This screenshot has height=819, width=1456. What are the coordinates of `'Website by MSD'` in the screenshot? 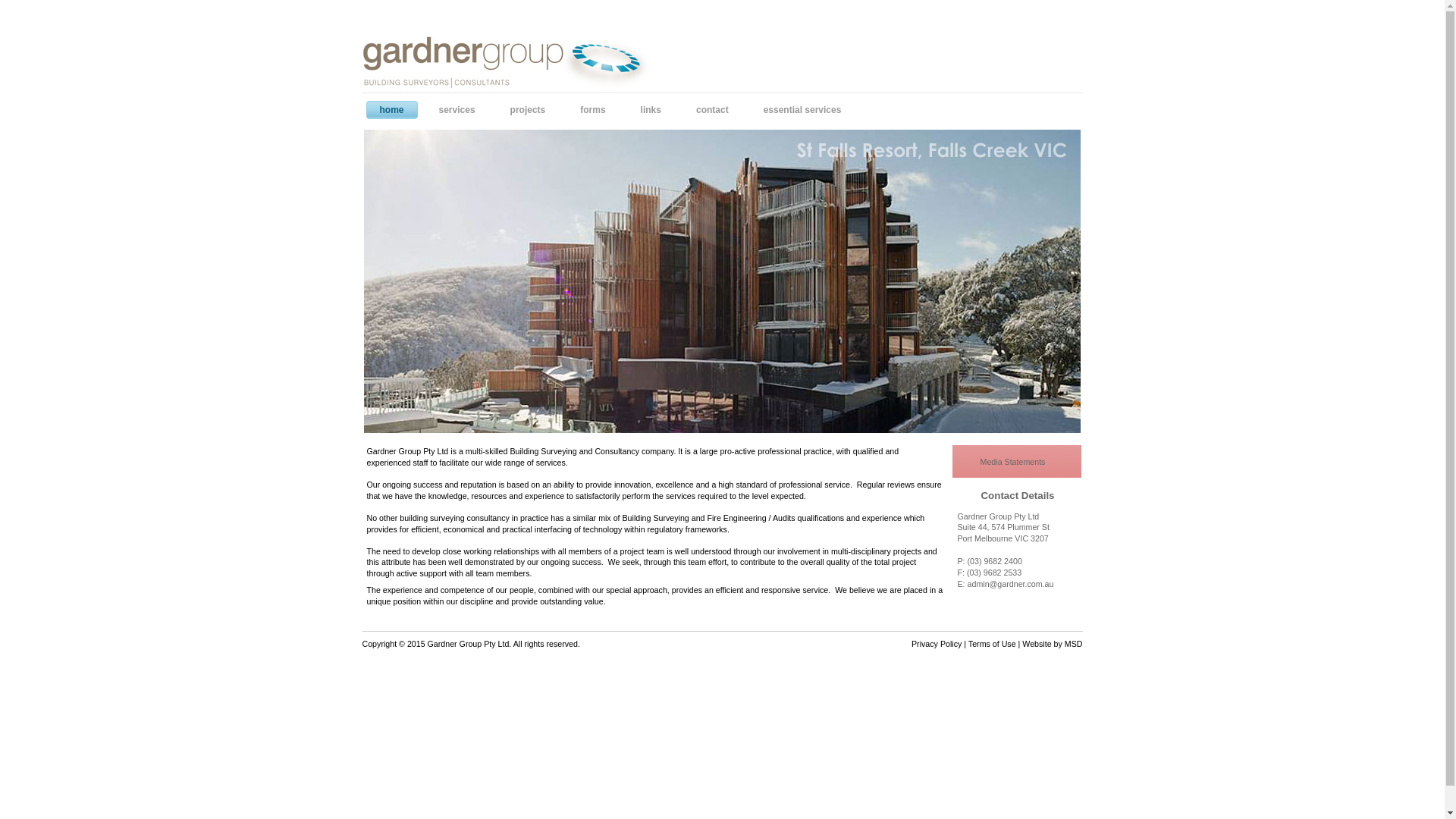 It's located at (1051, 643).